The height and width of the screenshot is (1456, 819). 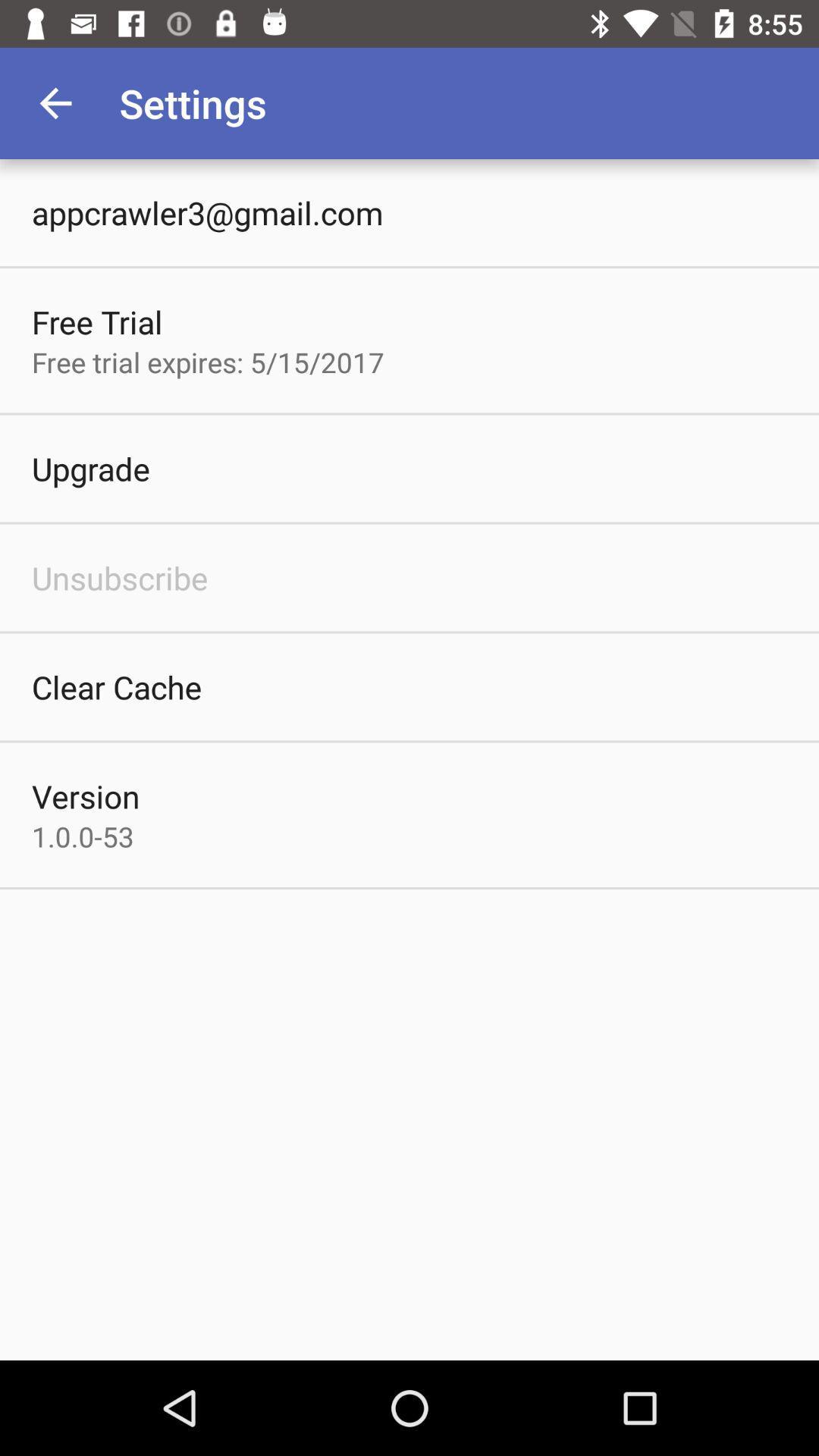 I want to click on the icon at the center, so click(x=409, y=760).